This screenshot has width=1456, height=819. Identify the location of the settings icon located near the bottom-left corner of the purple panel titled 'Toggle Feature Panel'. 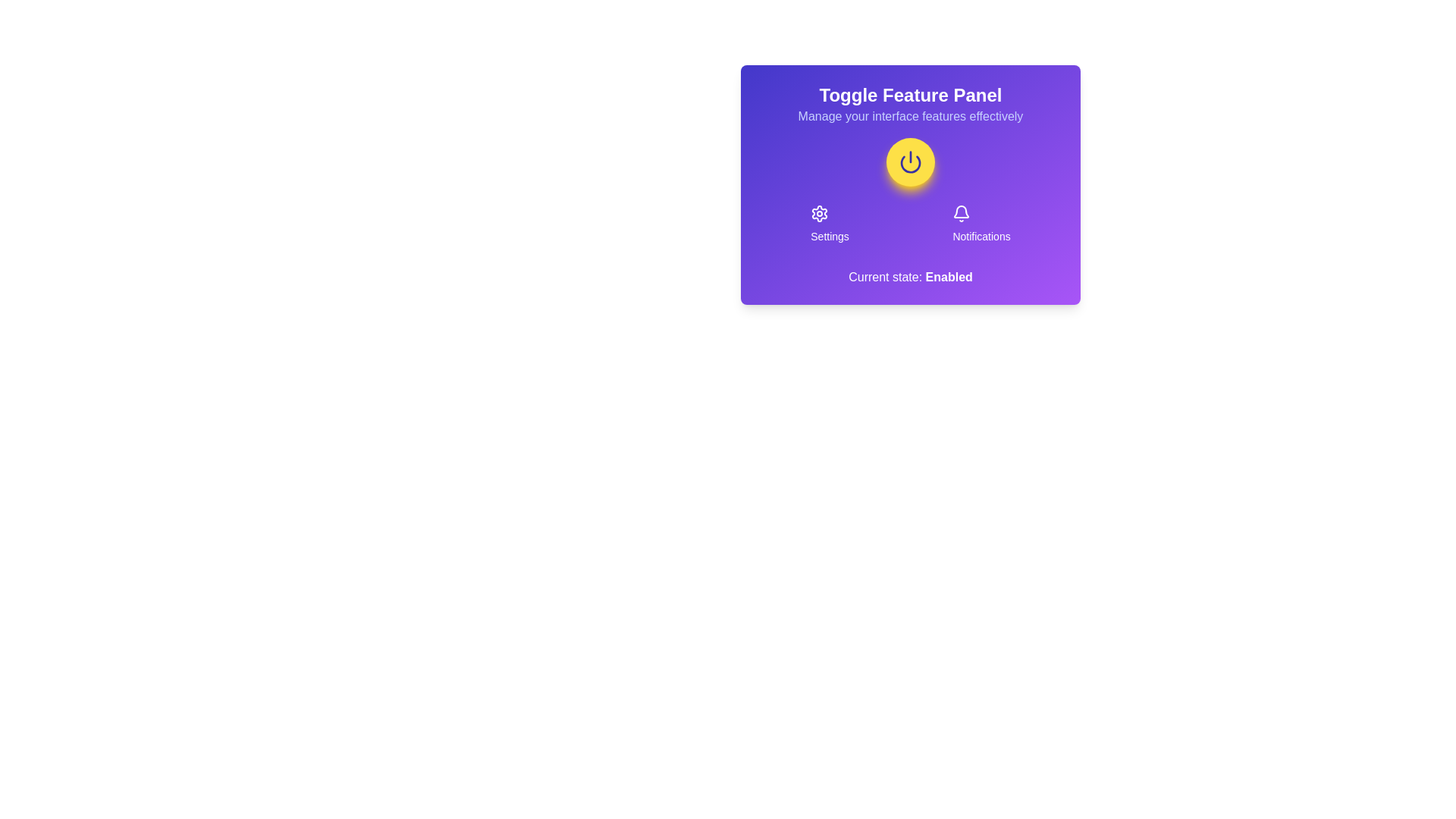
(819, 213).